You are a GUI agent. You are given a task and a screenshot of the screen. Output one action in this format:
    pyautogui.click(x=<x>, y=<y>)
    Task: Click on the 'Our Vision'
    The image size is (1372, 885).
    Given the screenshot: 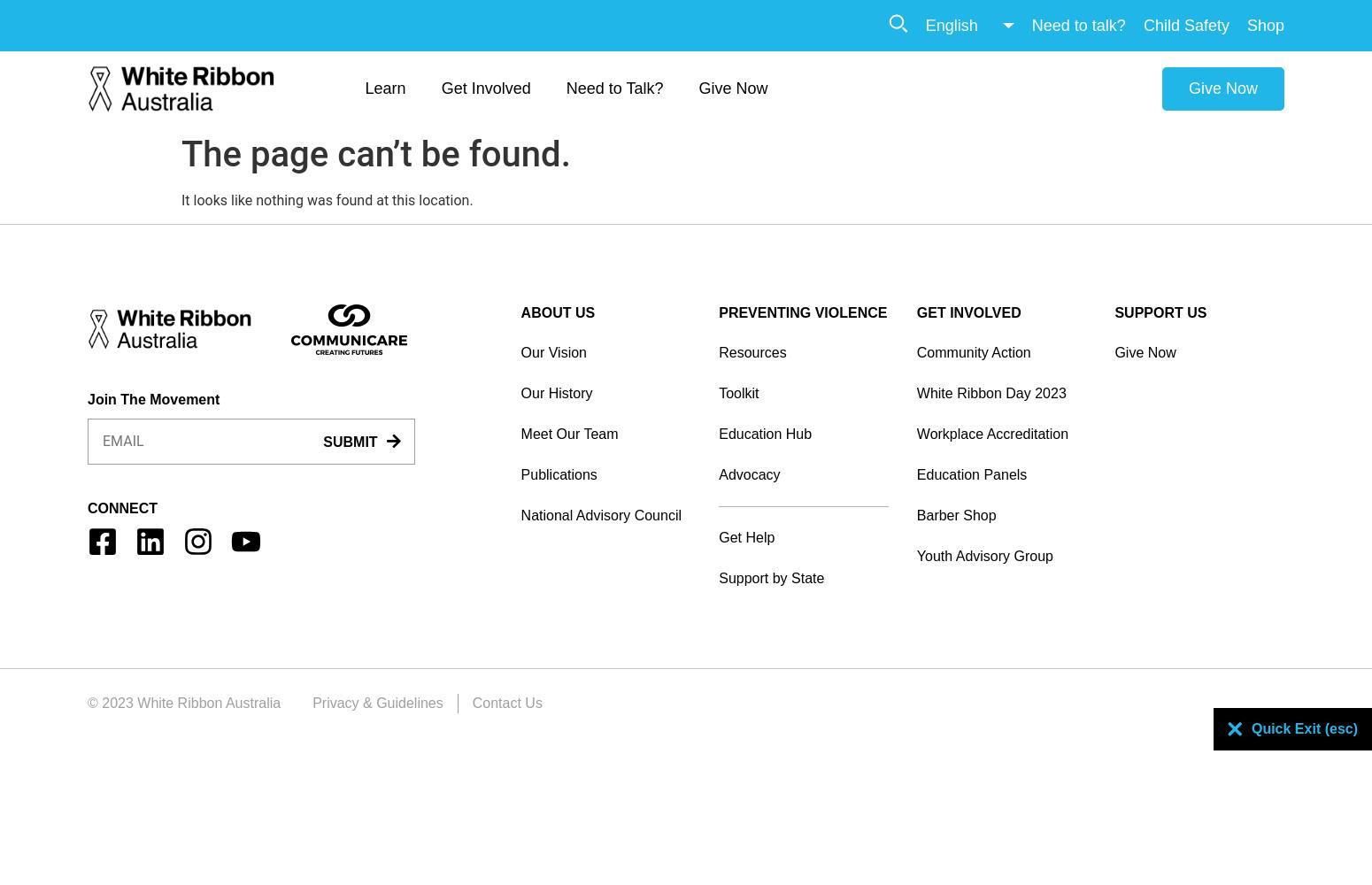 What is the action you would take?
    pyautogui.click(x=552, y=351)
    